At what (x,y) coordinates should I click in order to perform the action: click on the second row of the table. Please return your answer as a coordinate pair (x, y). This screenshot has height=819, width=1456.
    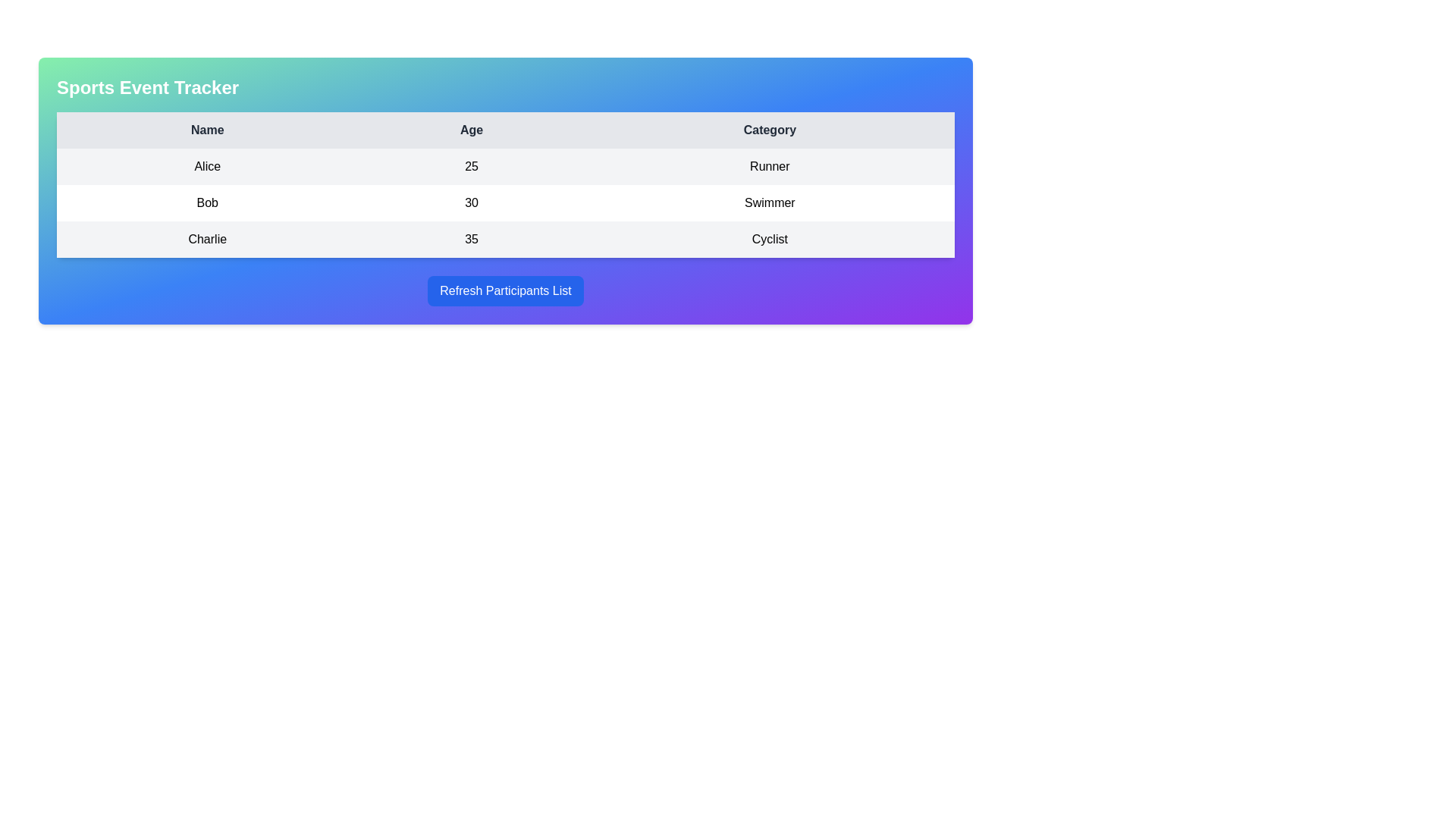
    Looking at the image, I should click on (506, 202).